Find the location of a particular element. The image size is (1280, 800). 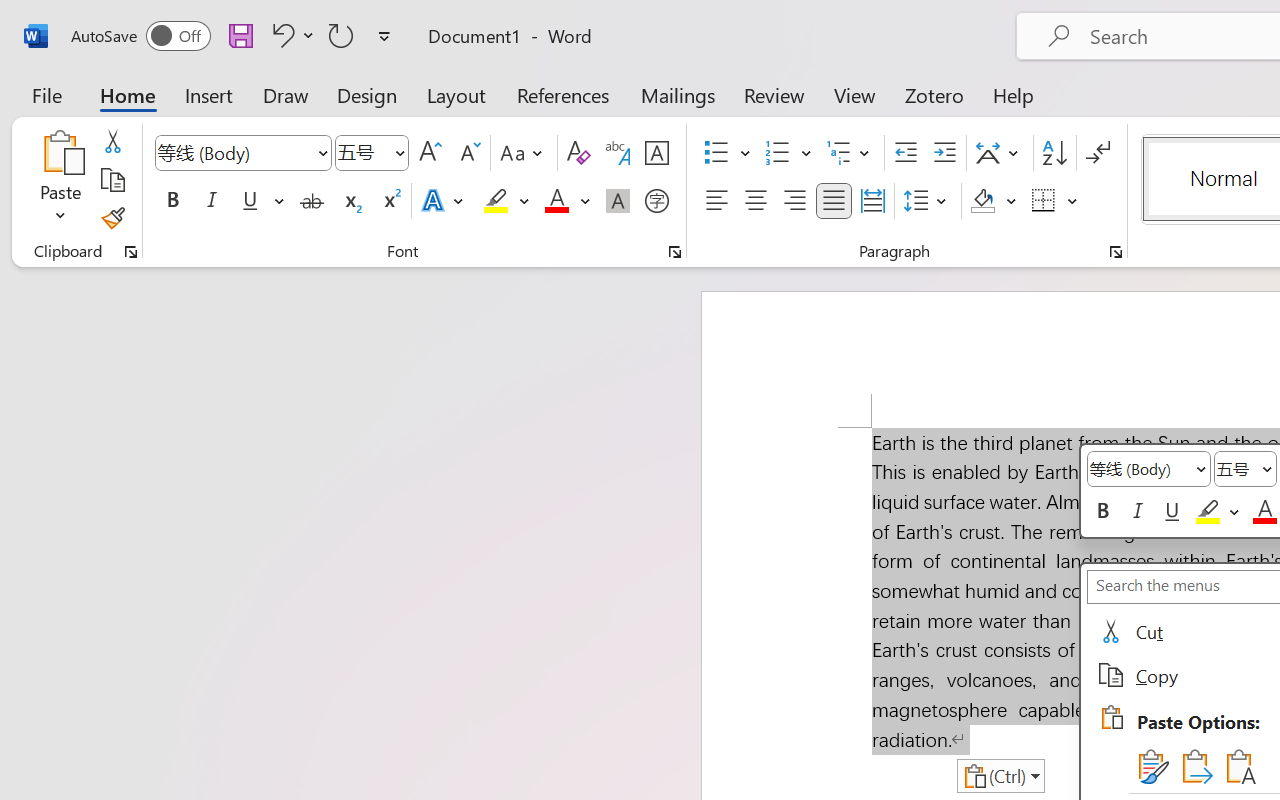

'Decrease Indent' is located at coordinates (905, 153).